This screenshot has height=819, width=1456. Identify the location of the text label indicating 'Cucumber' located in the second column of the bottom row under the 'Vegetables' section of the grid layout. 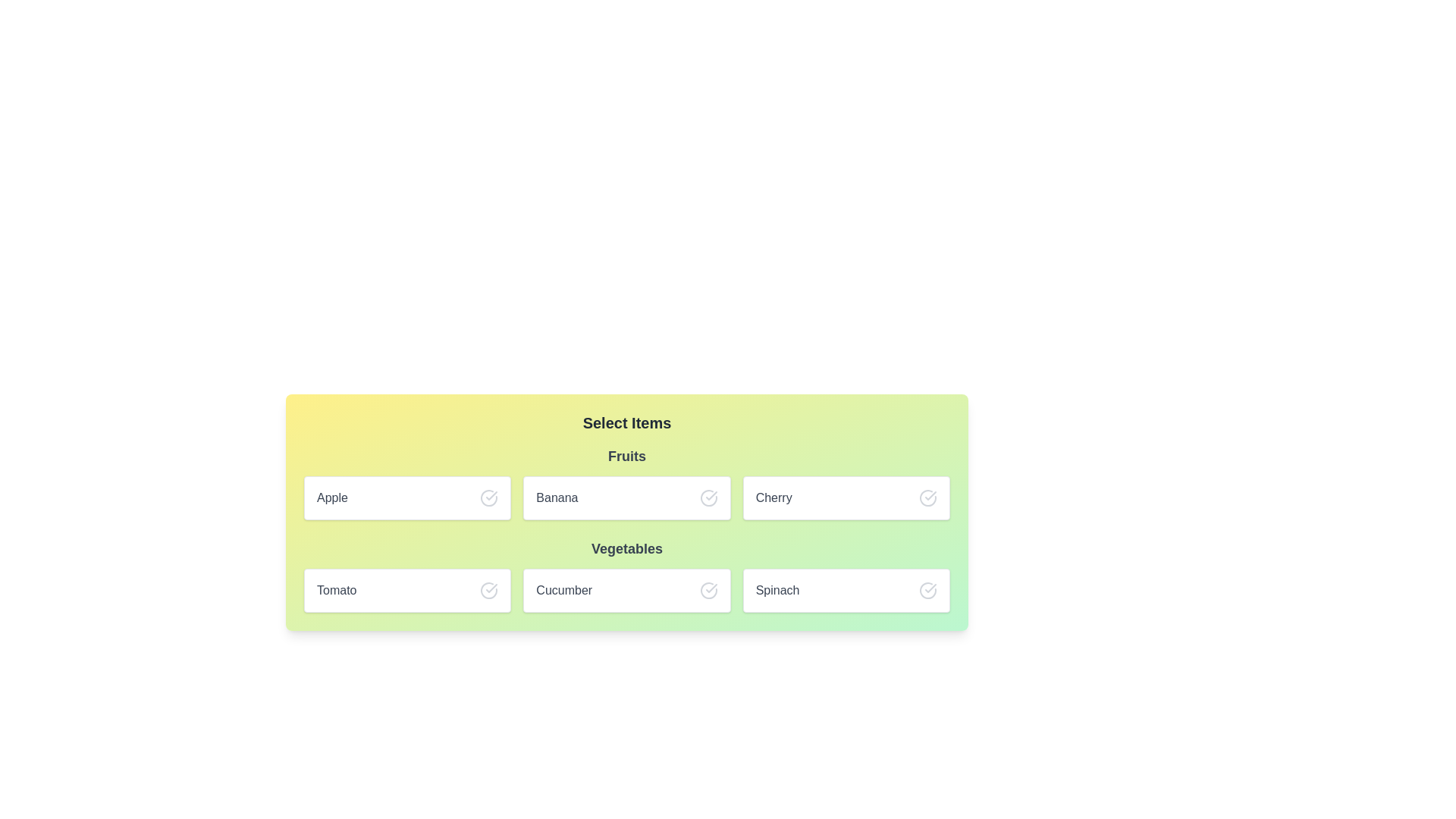
(563, 590).